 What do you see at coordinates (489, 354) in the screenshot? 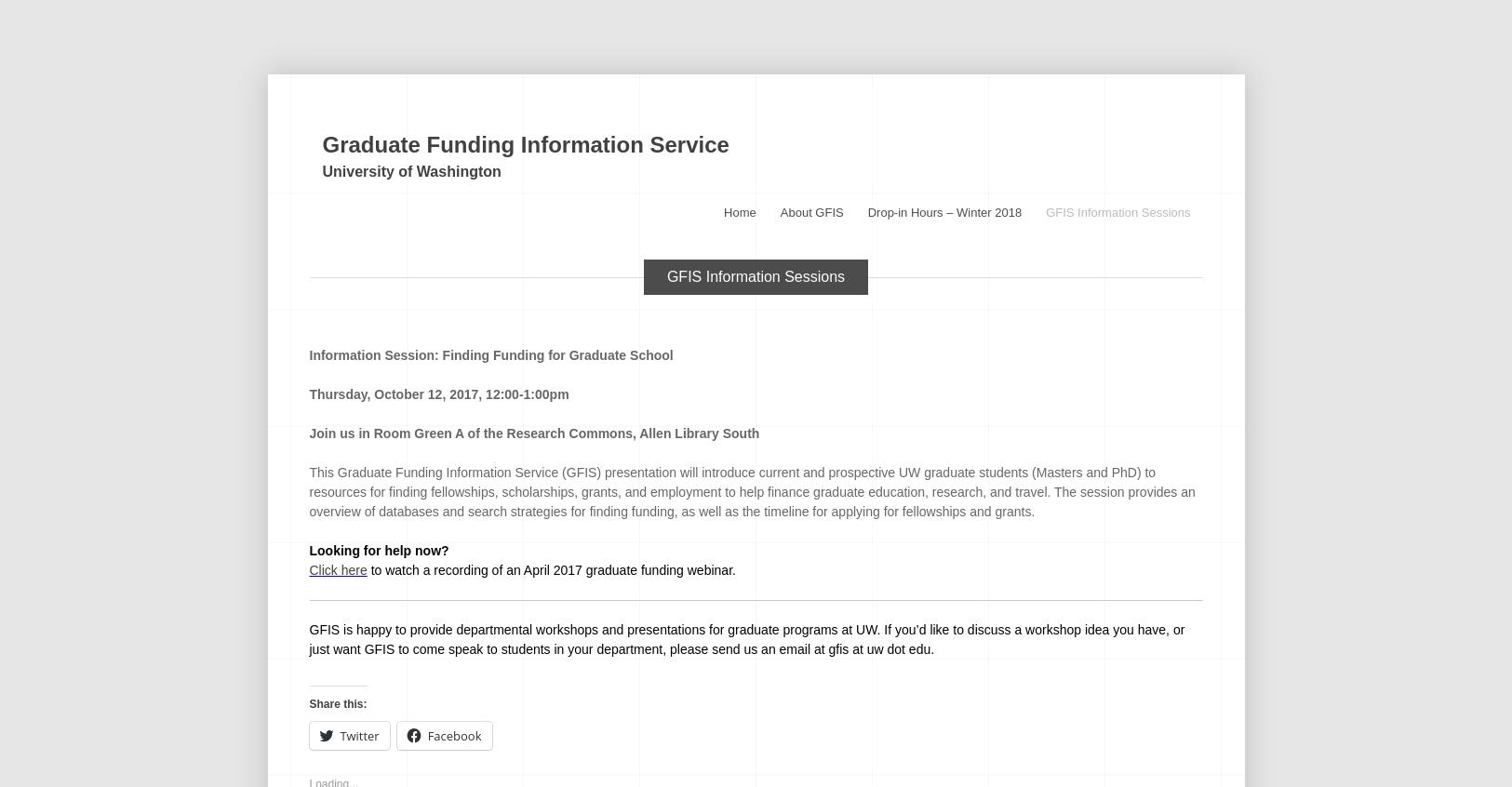
I see `'Information Session: Finding Funding for Graduate School'` at bounding box center [489, 354].